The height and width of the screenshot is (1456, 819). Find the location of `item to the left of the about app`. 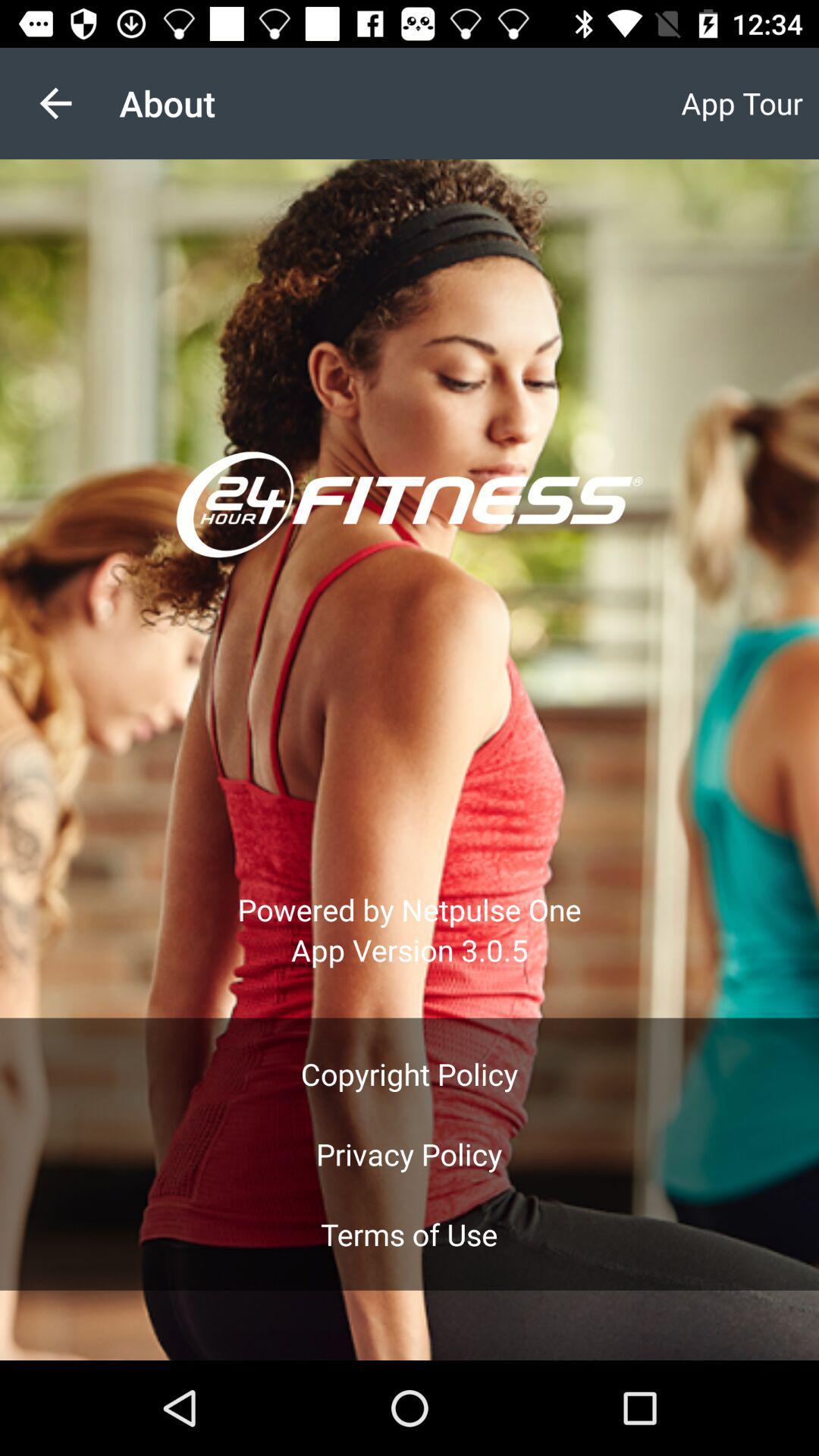

item to the left of the about app is located at coordinates (55, 102).